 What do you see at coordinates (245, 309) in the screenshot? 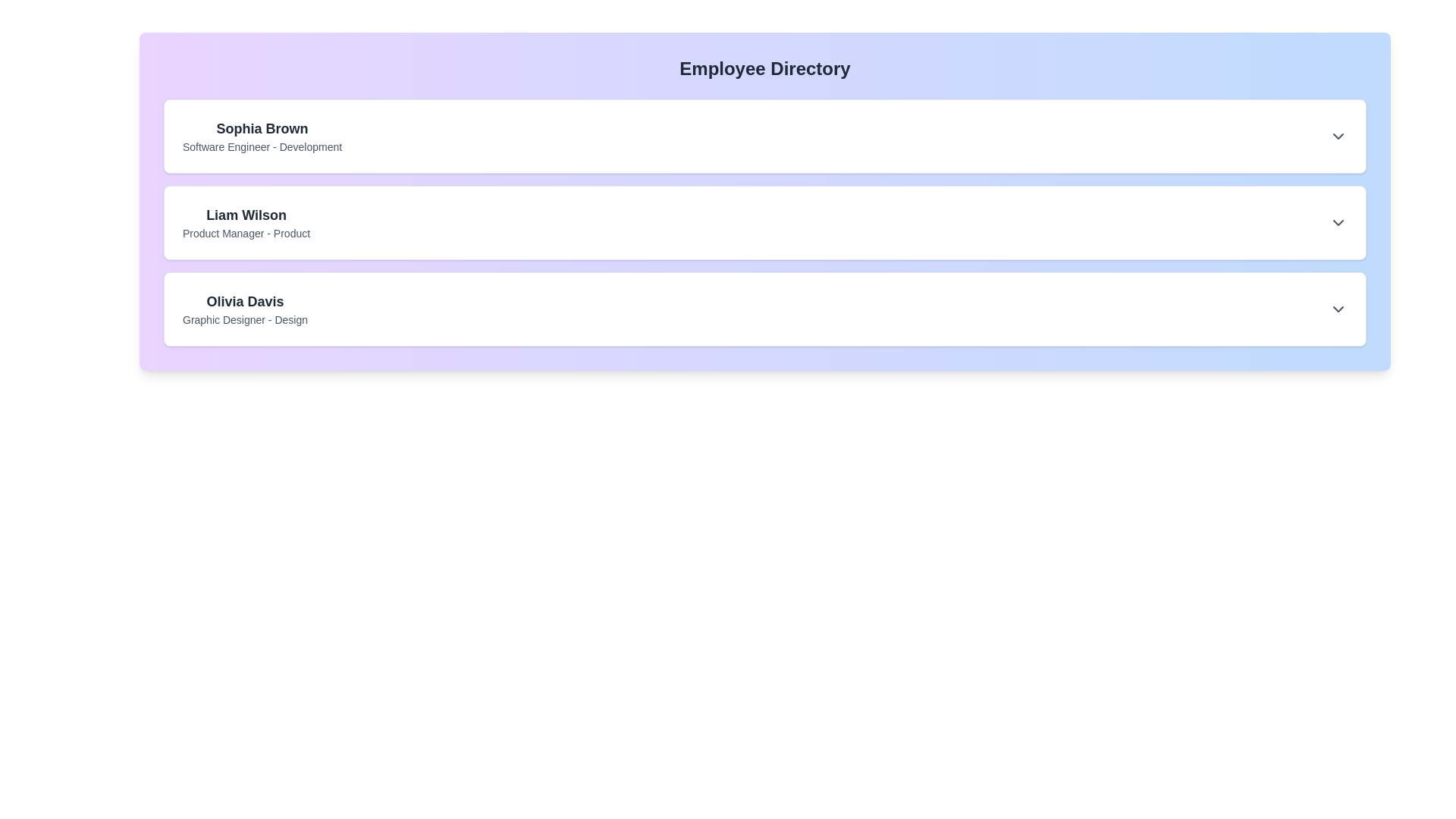
I see `the List item displaying 'Olivia Davis' and 'Graphic Designer - Design' to interact with the element` at bounding box center [245, 309].